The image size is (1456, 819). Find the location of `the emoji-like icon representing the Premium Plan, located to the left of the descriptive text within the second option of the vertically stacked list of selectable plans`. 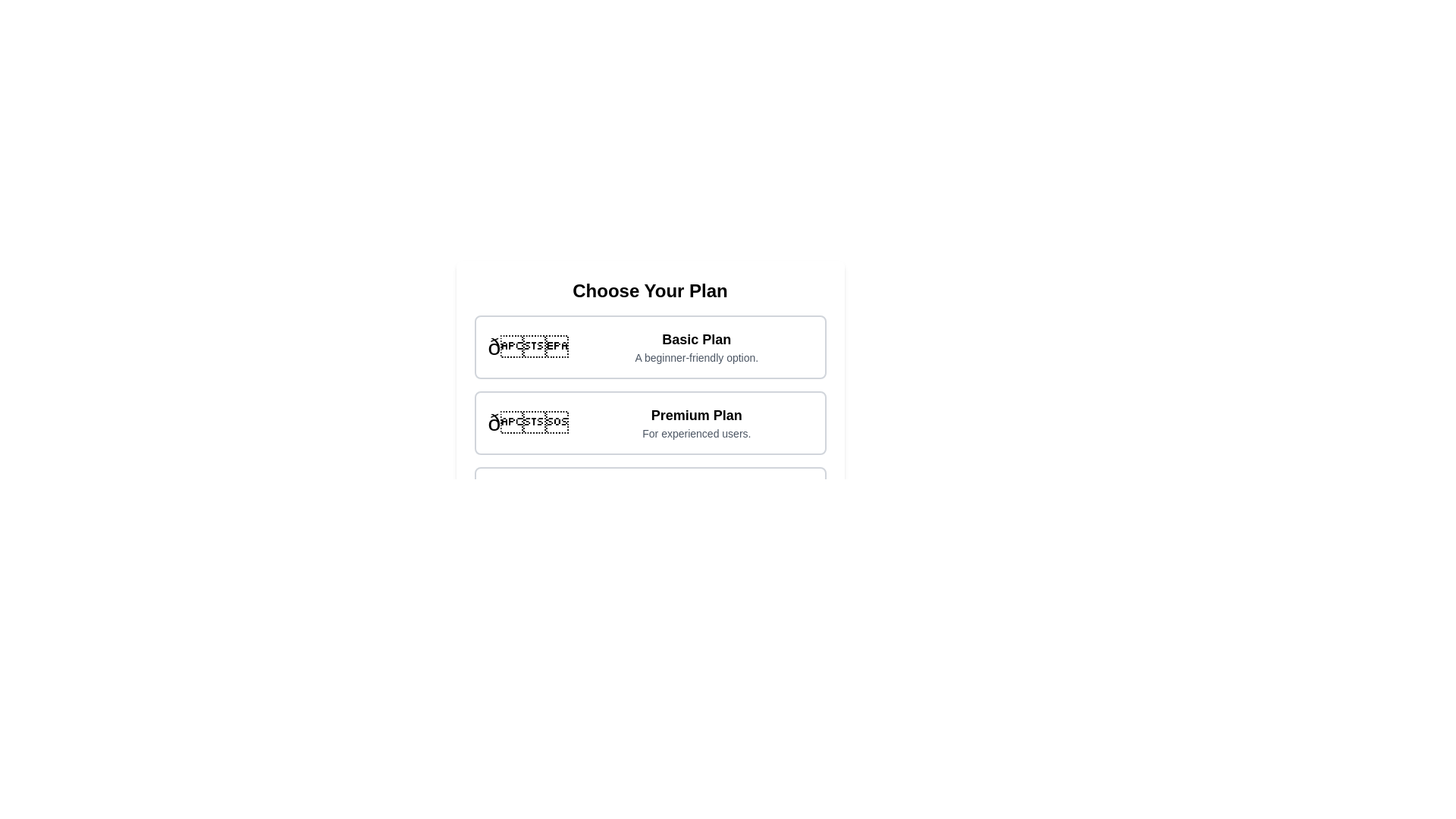

the emoji-like icon representing the Premium Plan, located to the left of the descriptive text within the second option of the vertically stacked list of selectable plans is located at coordinates (528, 423).